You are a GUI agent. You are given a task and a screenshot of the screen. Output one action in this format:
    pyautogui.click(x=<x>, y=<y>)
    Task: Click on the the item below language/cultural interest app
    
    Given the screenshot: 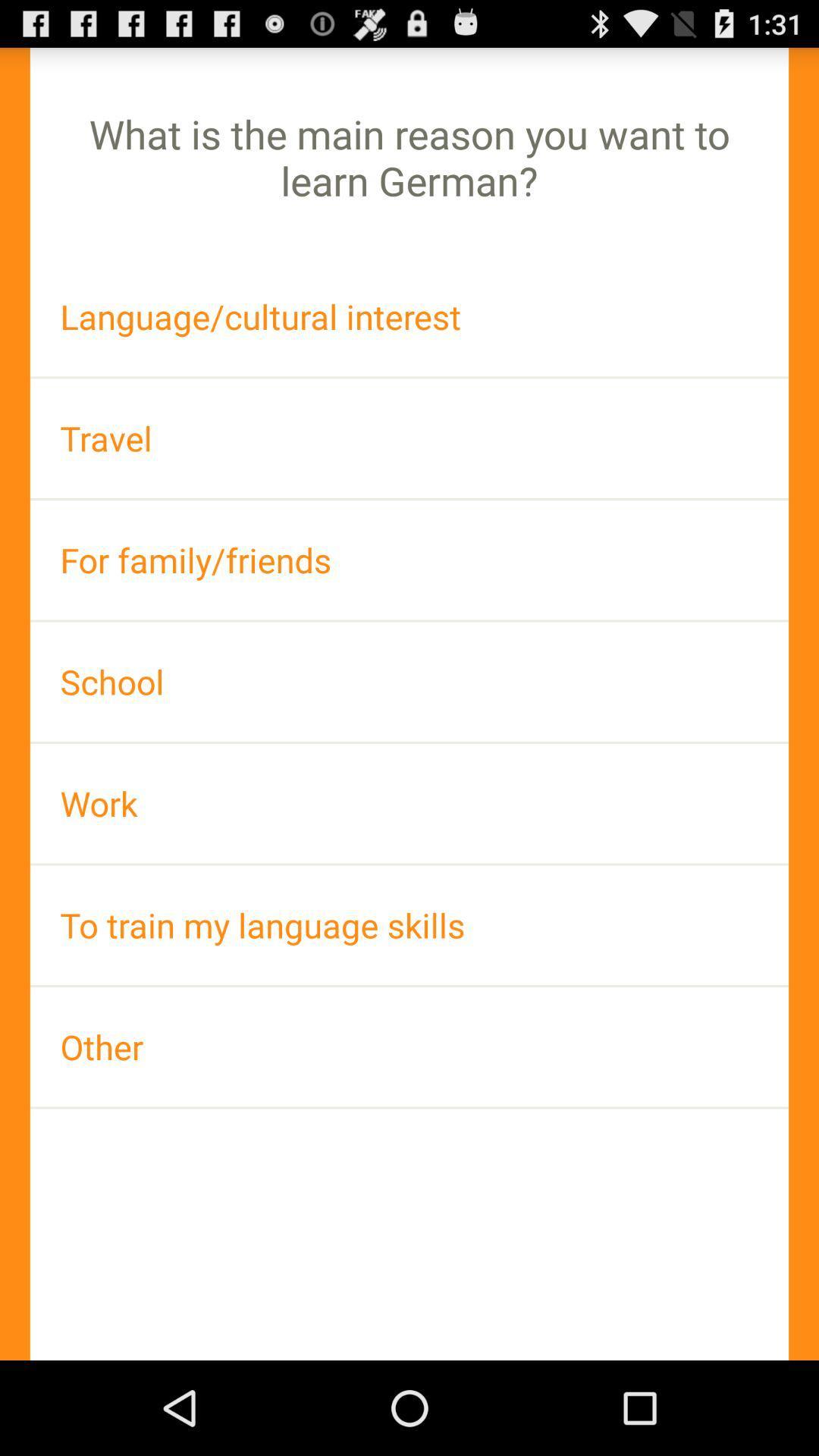 What is the action you would take?
    pyautogui.click(x=409, y=438)
    